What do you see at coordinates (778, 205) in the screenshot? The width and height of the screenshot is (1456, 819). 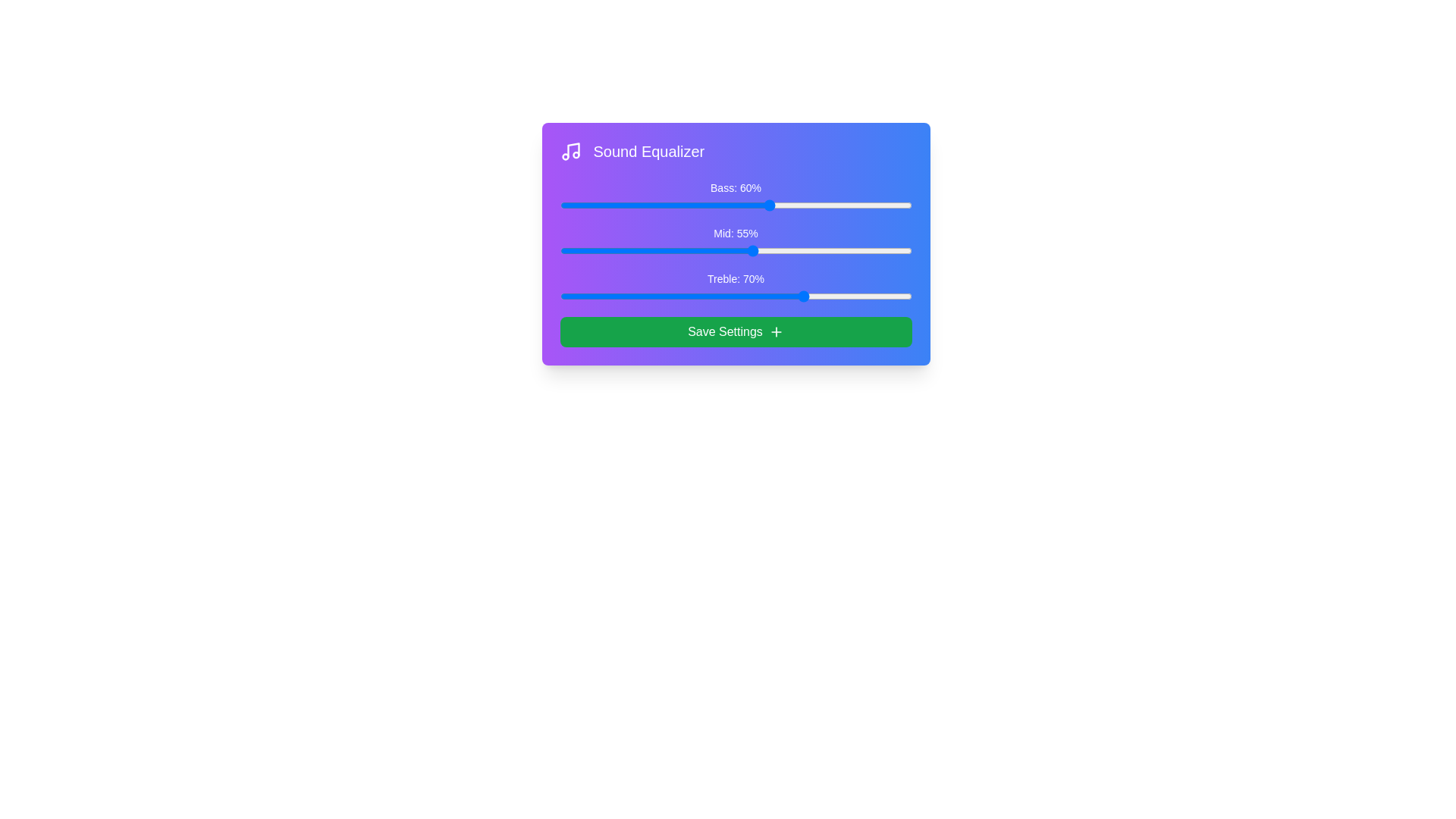 I see `the Bass slider to 62%` at bounding box center [778, 205].